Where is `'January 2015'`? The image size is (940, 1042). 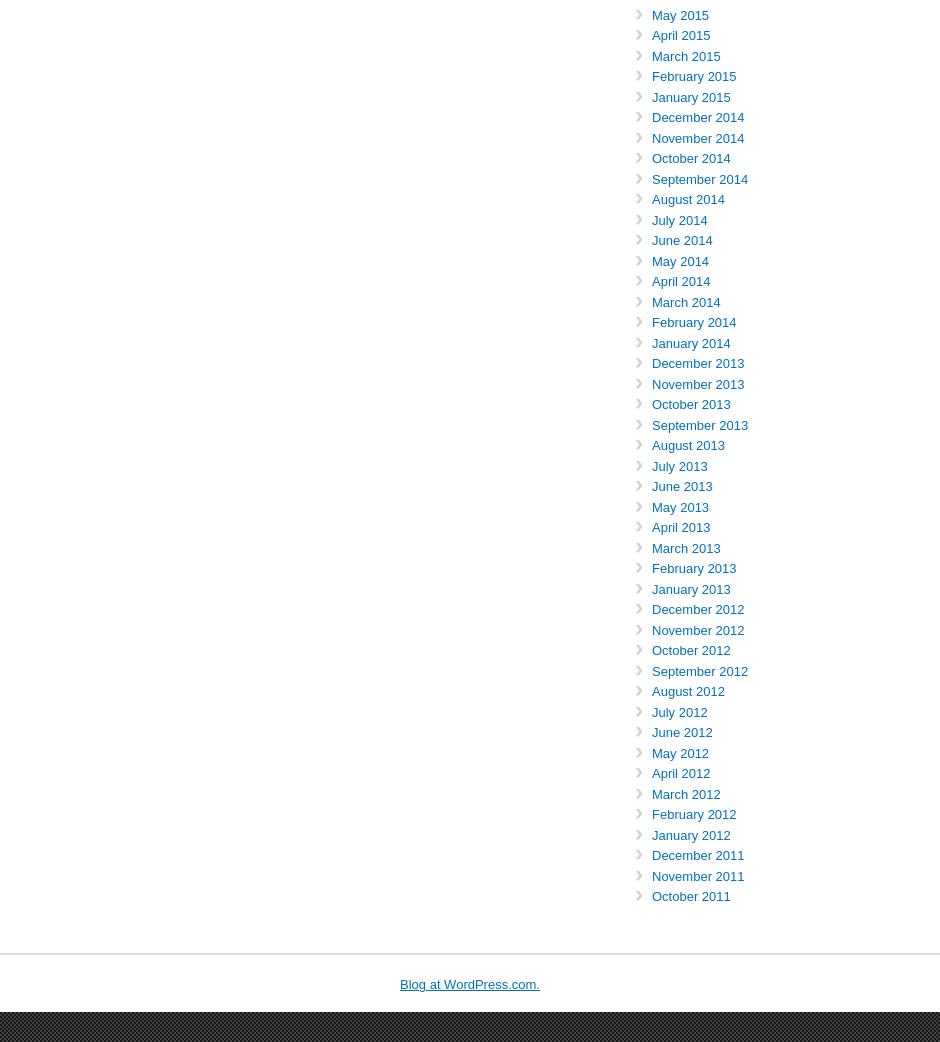 'January 2015' is located at coordinates (651, 96).